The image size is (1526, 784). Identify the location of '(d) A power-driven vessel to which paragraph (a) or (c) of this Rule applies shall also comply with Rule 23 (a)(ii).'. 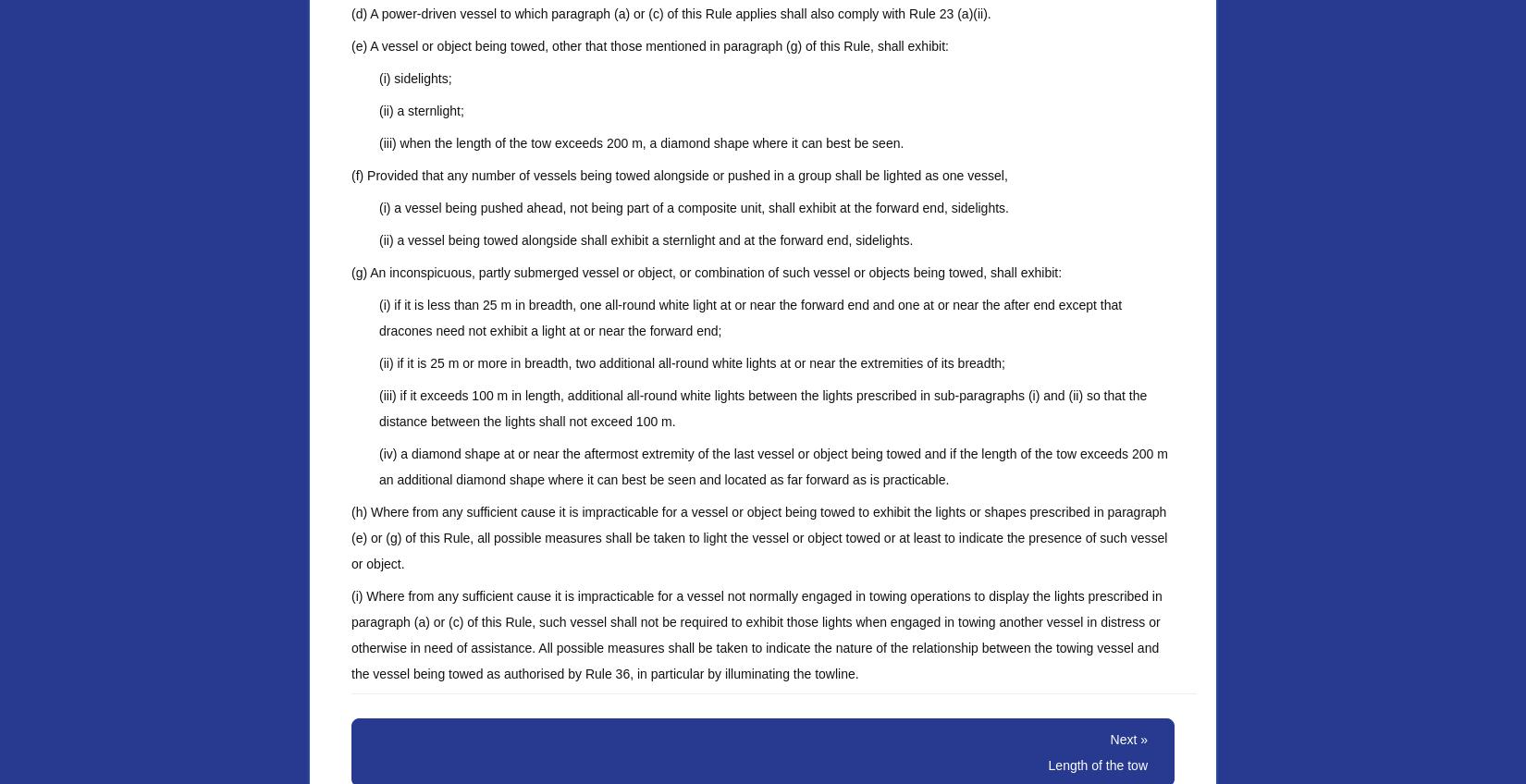
(670, 13).